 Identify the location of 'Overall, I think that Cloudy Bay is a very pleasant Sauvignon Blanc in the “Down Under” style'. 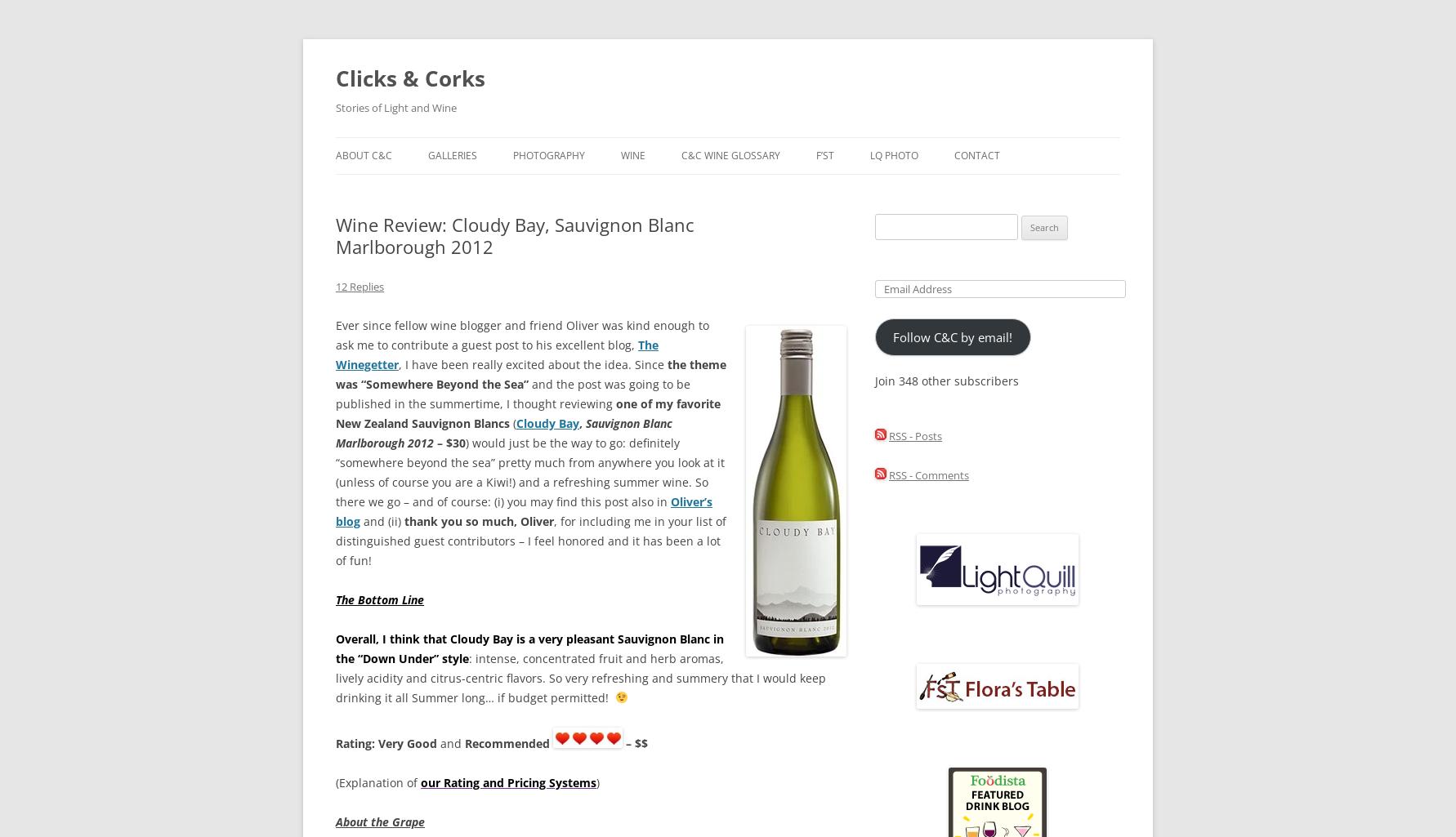
(529, 648).